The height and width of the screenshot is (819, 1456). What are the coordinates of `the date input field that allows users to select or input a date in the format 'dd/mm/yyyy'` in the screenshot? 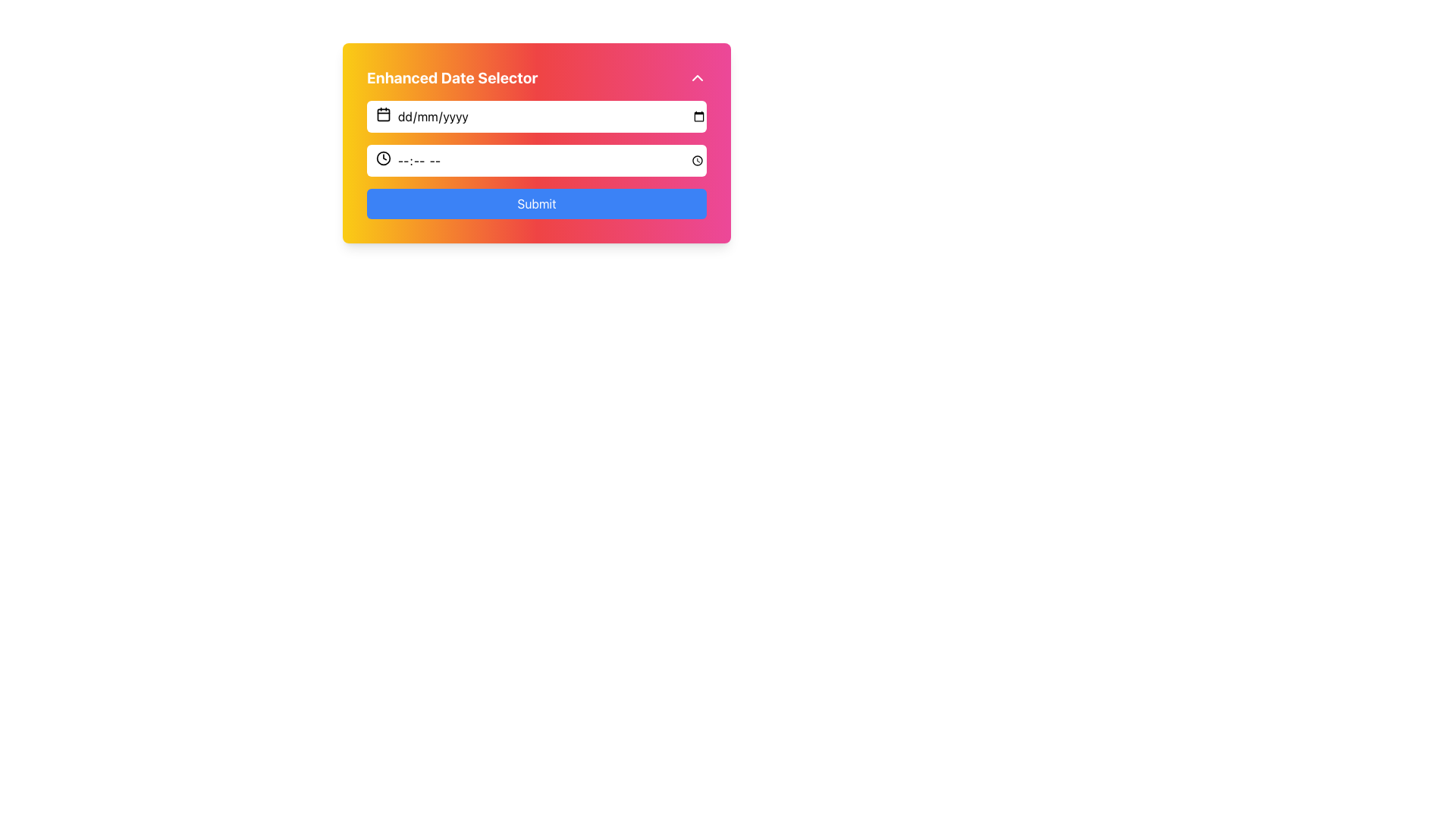 It's located at (537, 116).